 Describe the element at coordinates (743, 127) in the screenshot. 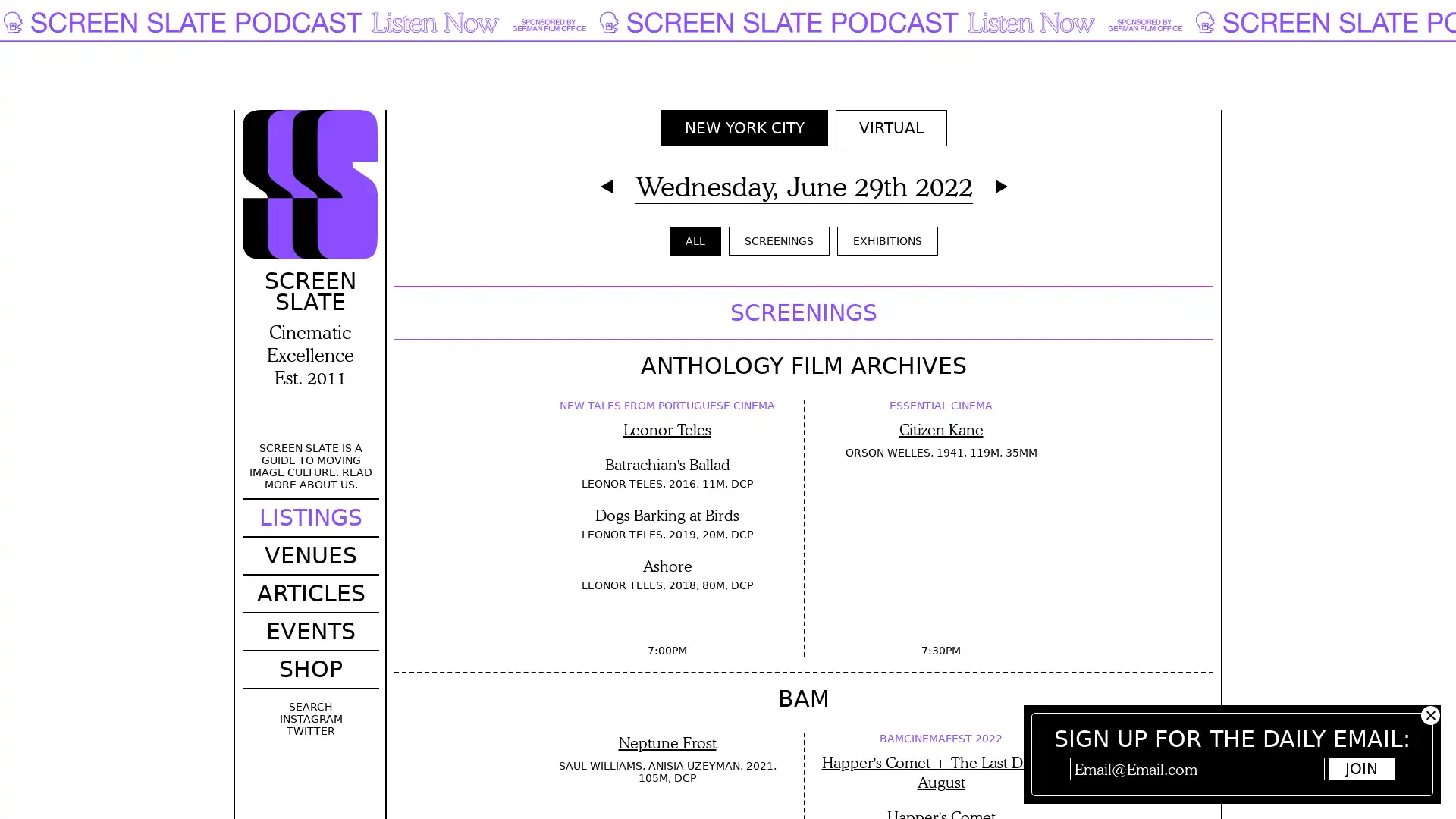

I see `NEW YORK CITY` at that location.